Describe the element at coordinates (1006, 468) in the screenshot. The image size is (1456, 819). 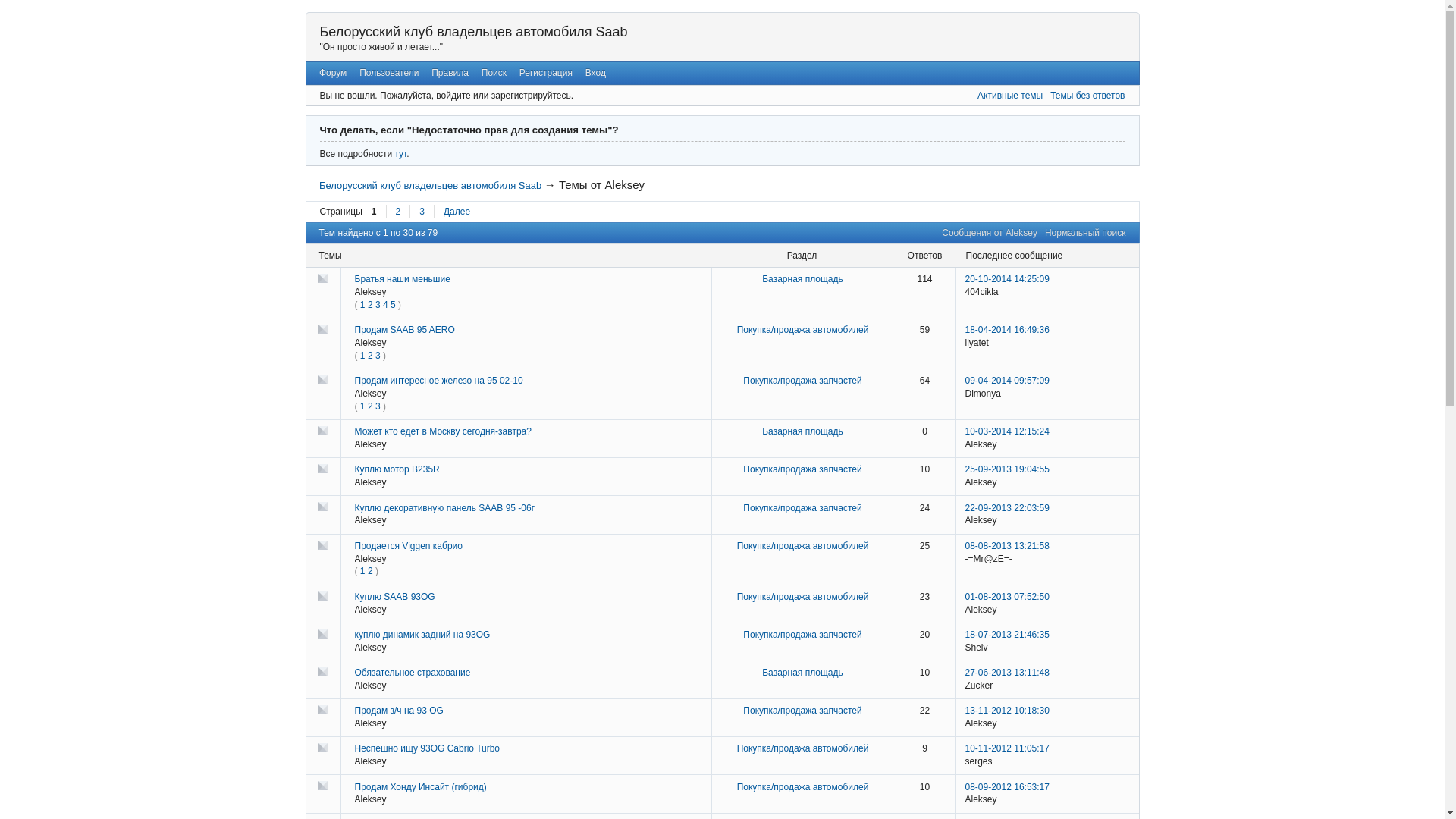
I see `'25-09-2013 19:04:55'` at that location.